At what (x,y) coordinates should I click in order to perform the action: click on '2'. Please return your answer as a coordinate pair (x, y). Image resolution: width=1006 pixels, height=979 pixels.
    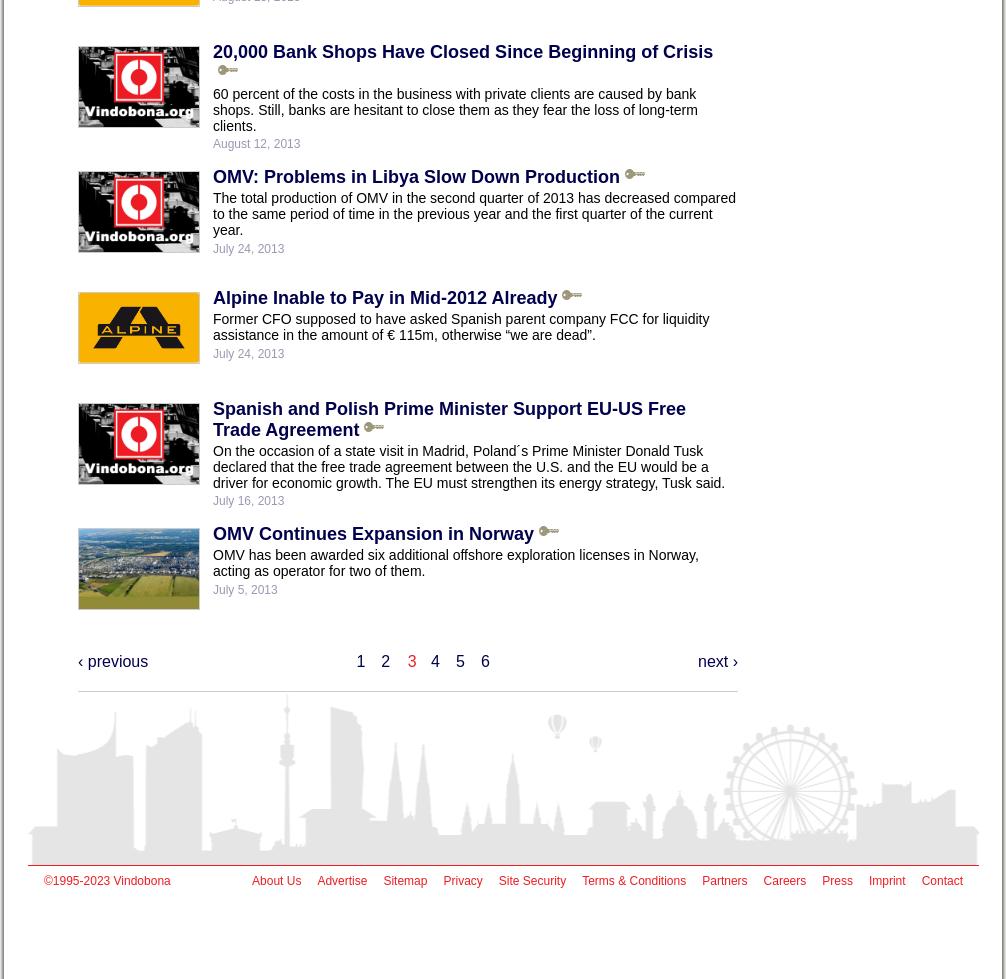
    Looking at the image, I should click on (384, 660).